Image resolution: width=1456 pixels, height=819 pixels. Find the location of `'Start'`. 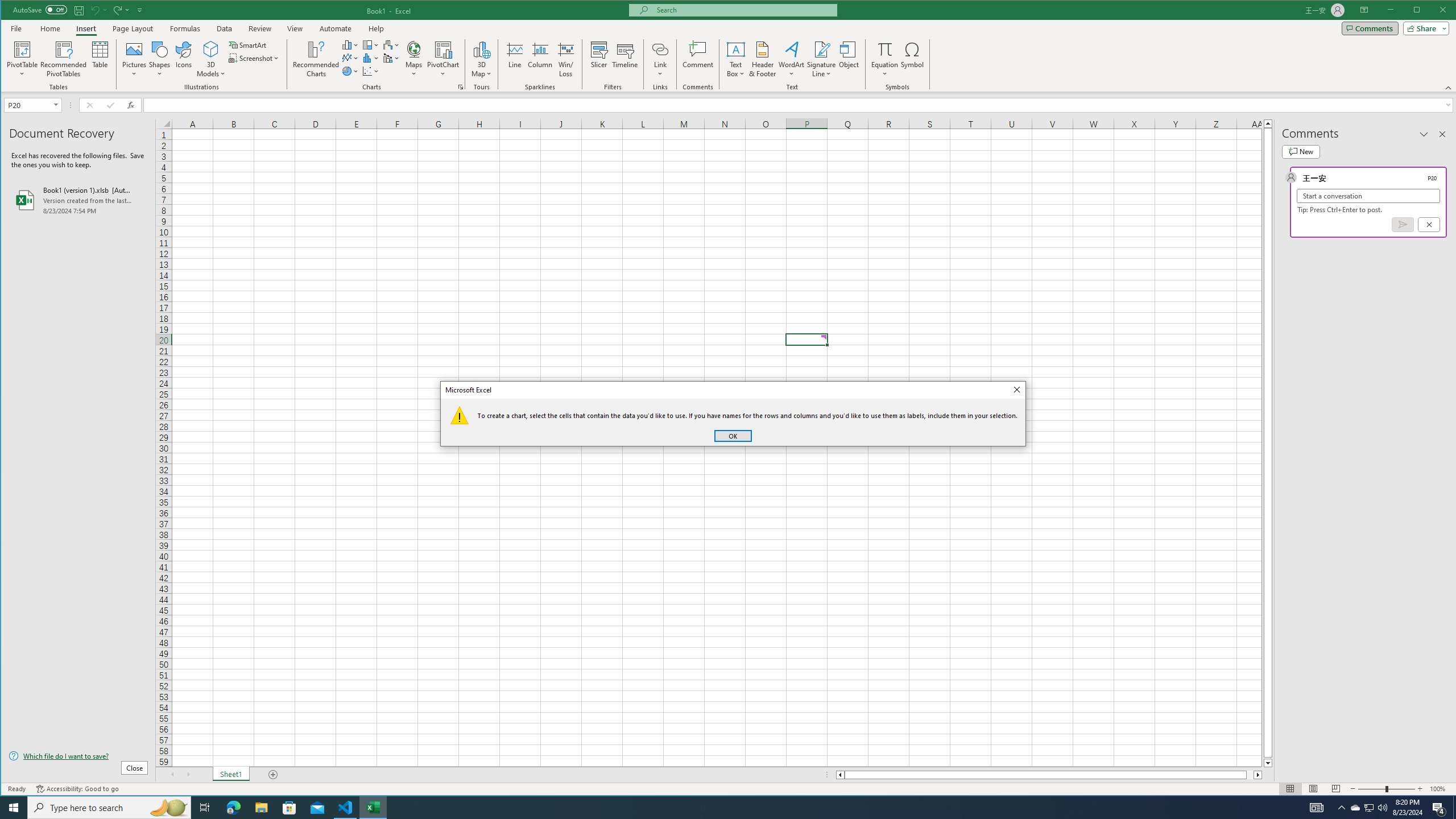

'Start' is located at coordinates (14, 806).